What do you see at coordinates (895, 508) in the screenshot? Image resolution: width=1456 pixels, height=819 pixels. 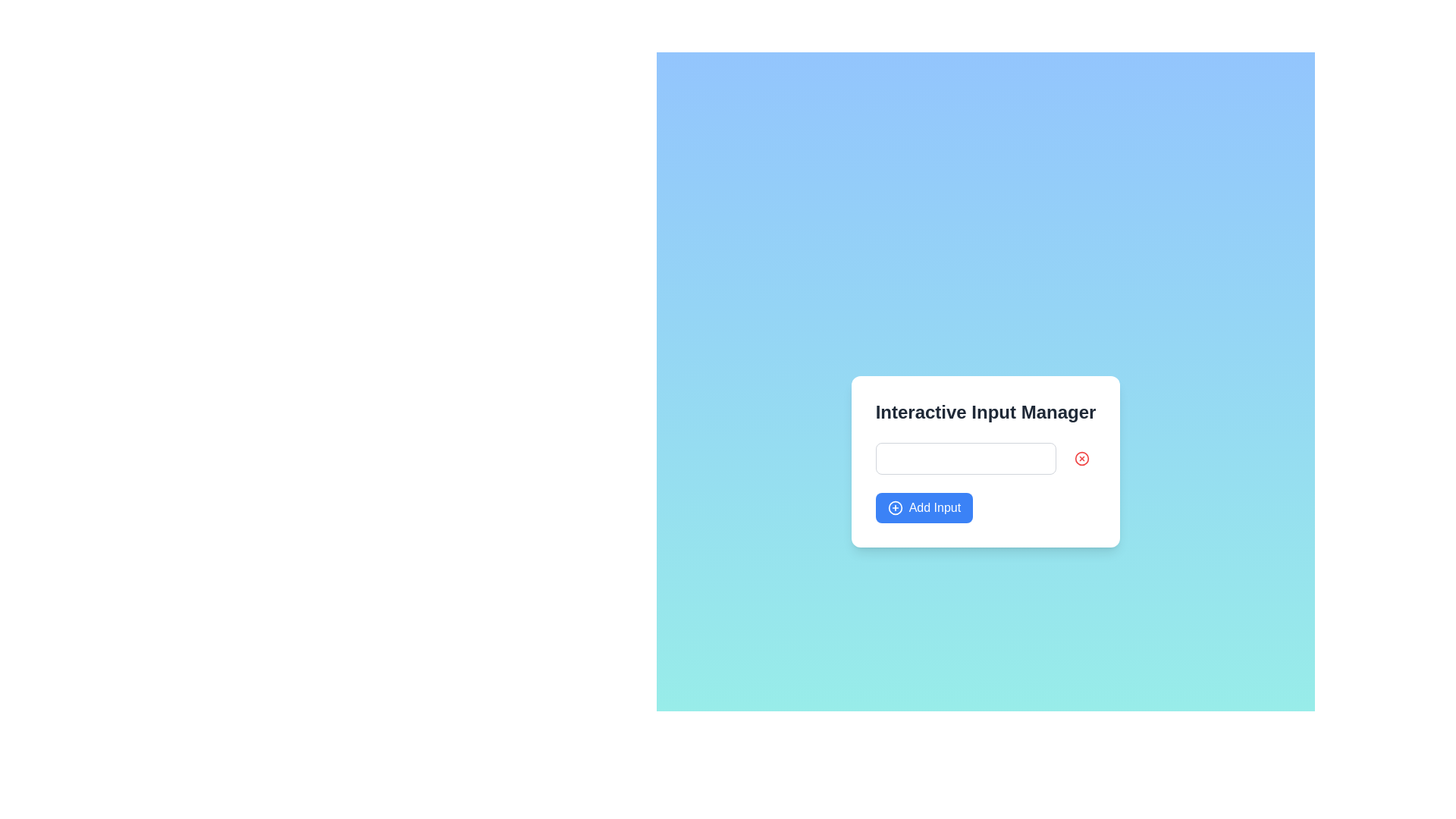 I see `the circular icon with a plus sign located inside the blue 'Add Input' button, positioned towards the left side` at bounding box center [895, 508].